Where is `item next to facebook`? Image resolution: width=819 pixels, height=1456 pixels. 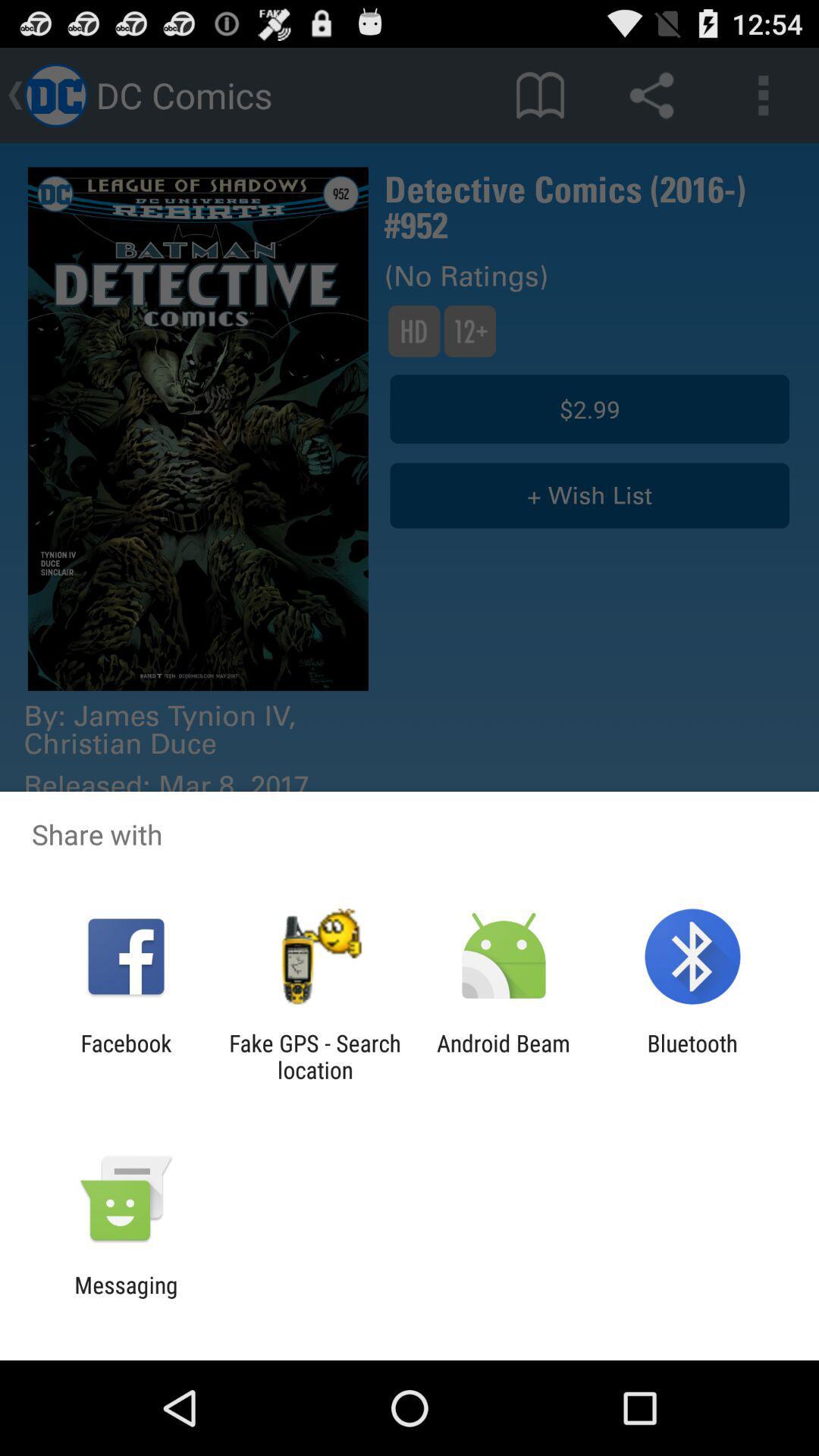
item next to facebook is located at coordinates (314, 1056).